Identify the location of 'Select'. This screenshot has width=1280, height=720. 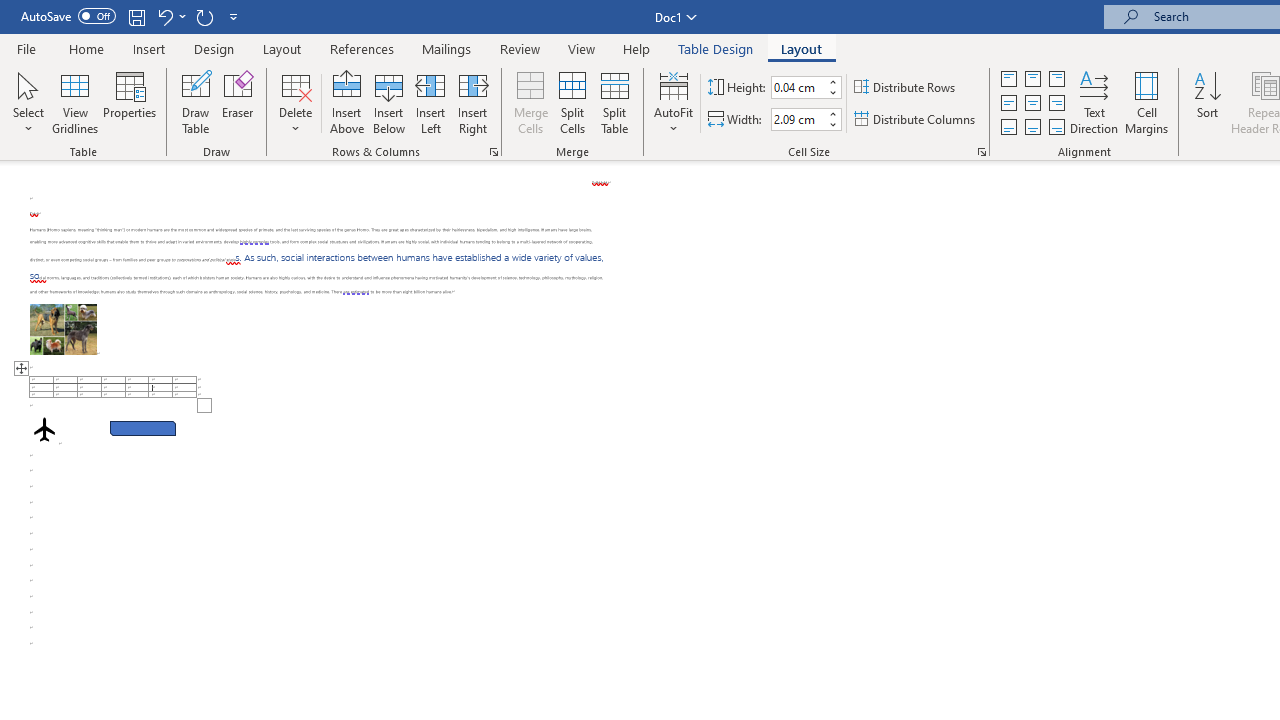
(28, 103).